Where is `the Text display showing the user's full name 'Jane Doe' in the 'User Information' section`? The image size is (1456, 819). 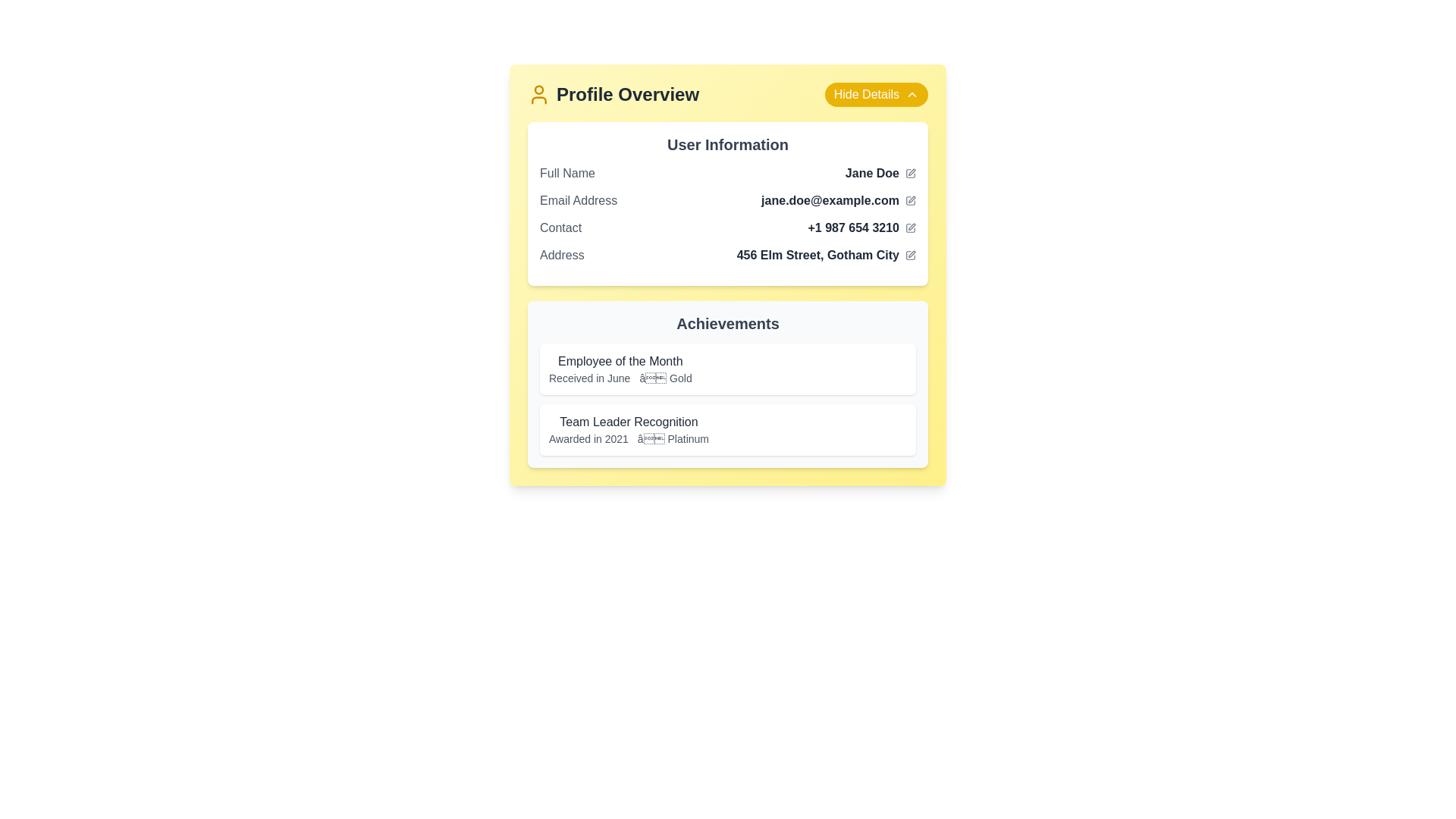 the Text display showing the user's full name 'Jane Doe' in the 'User Information' section is located at coordinates (880, 172).